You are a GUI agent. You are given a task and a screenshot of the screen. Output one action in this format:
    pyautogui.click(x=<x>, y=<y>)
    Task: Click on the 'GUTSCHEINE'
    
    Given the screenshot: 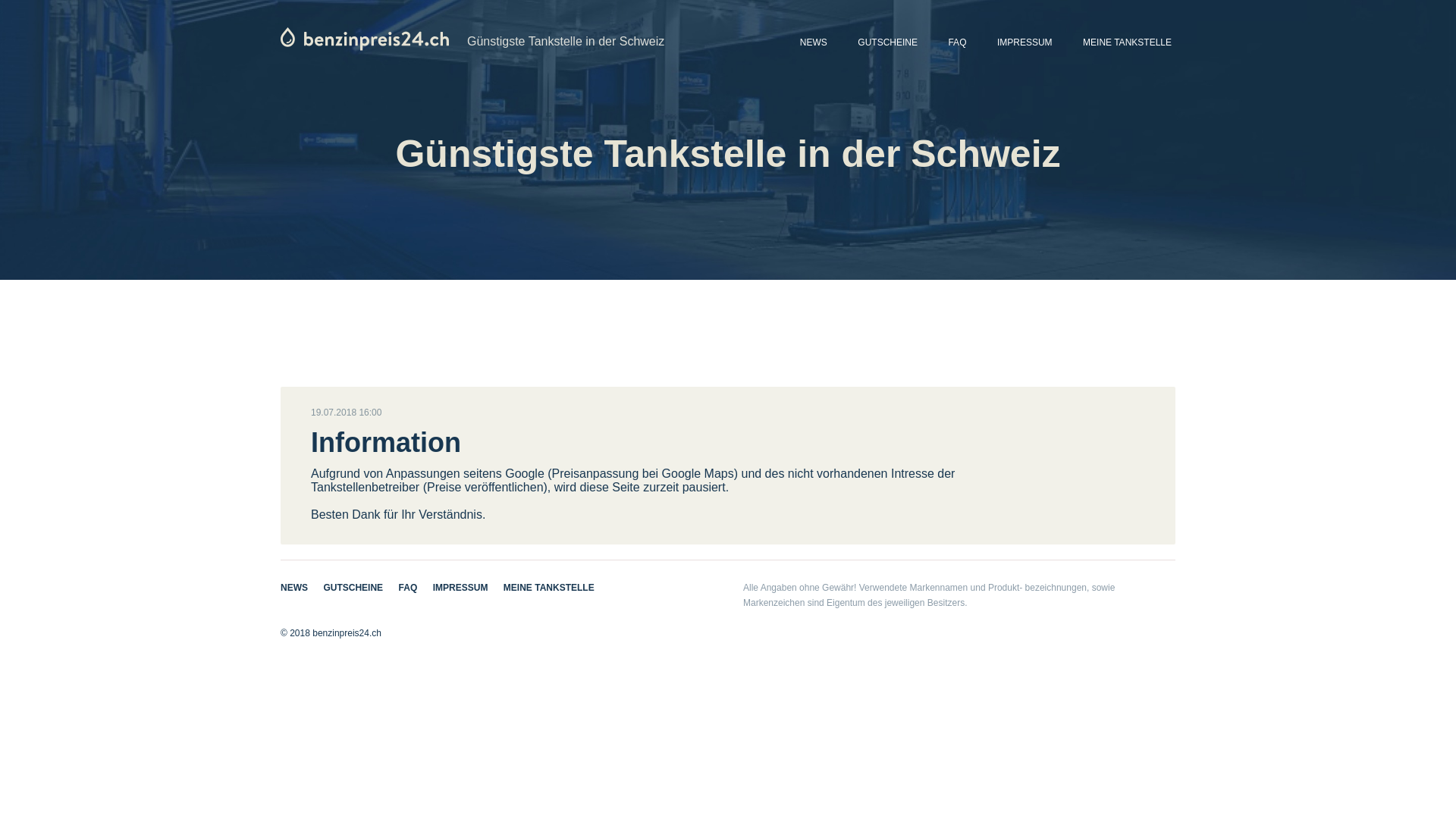 What is the action you would take?
    pyautogui.click(x=352, y=587)
    